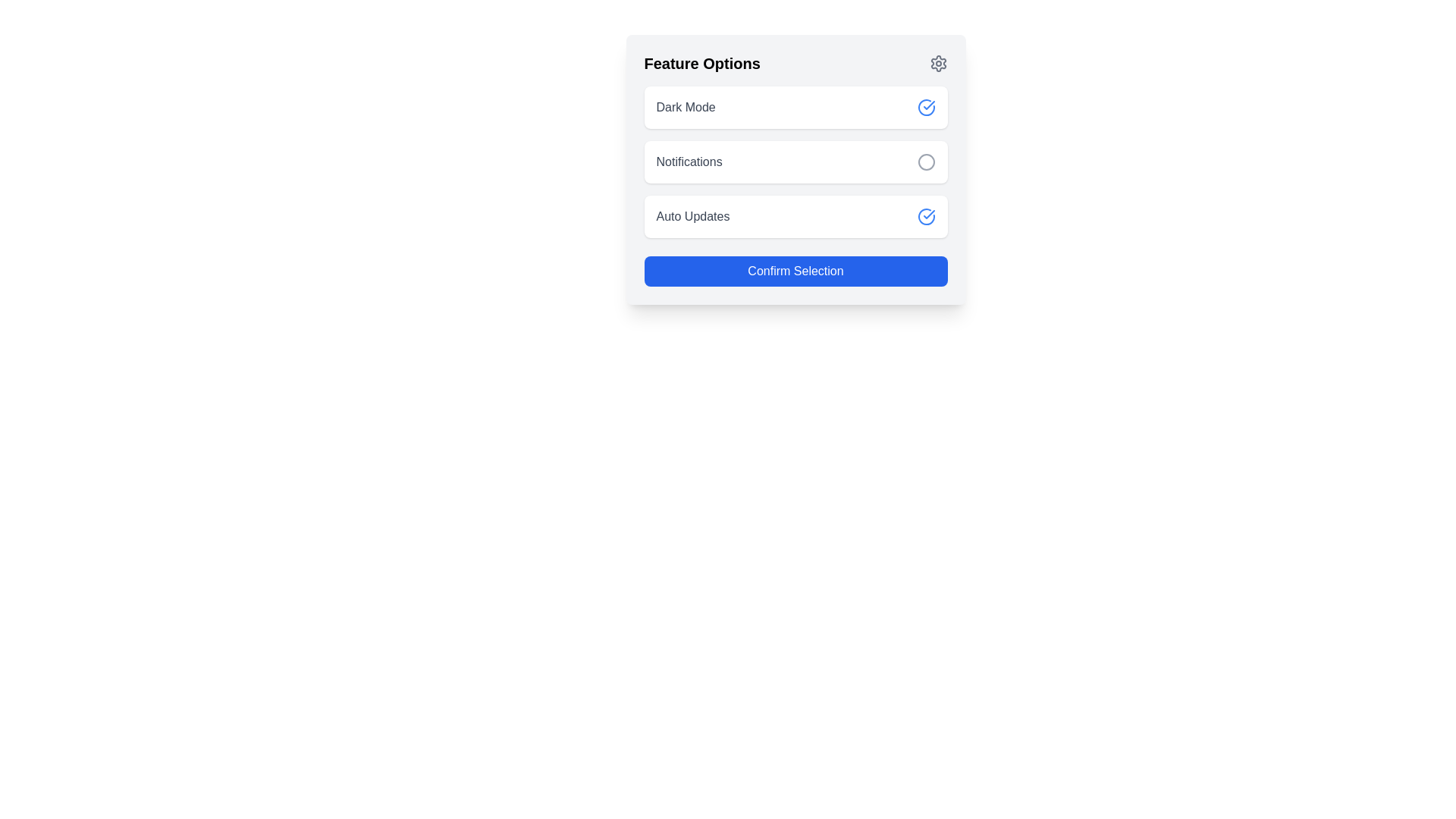 The image size is (1456, 819). What do you see at coordinates (795, 162) in the screenshot?
I see `the 'Notifications' option box in the configuration menu` at bounding box center [795, 162].